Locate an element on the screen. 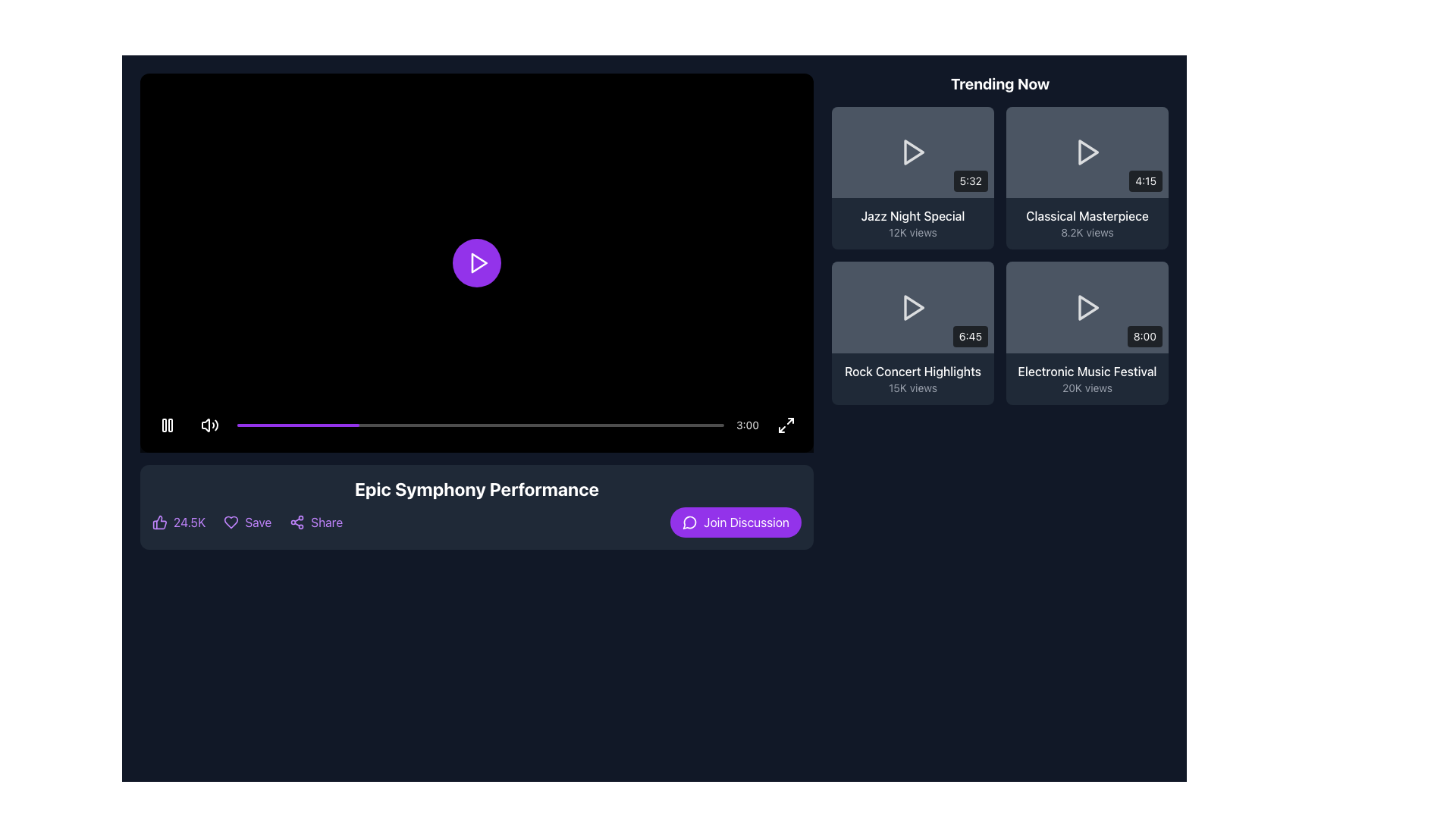  the interactive button representing likes or upvotes for the video, located on the left side of the bar below the video area is located at coordinates (179, 521).